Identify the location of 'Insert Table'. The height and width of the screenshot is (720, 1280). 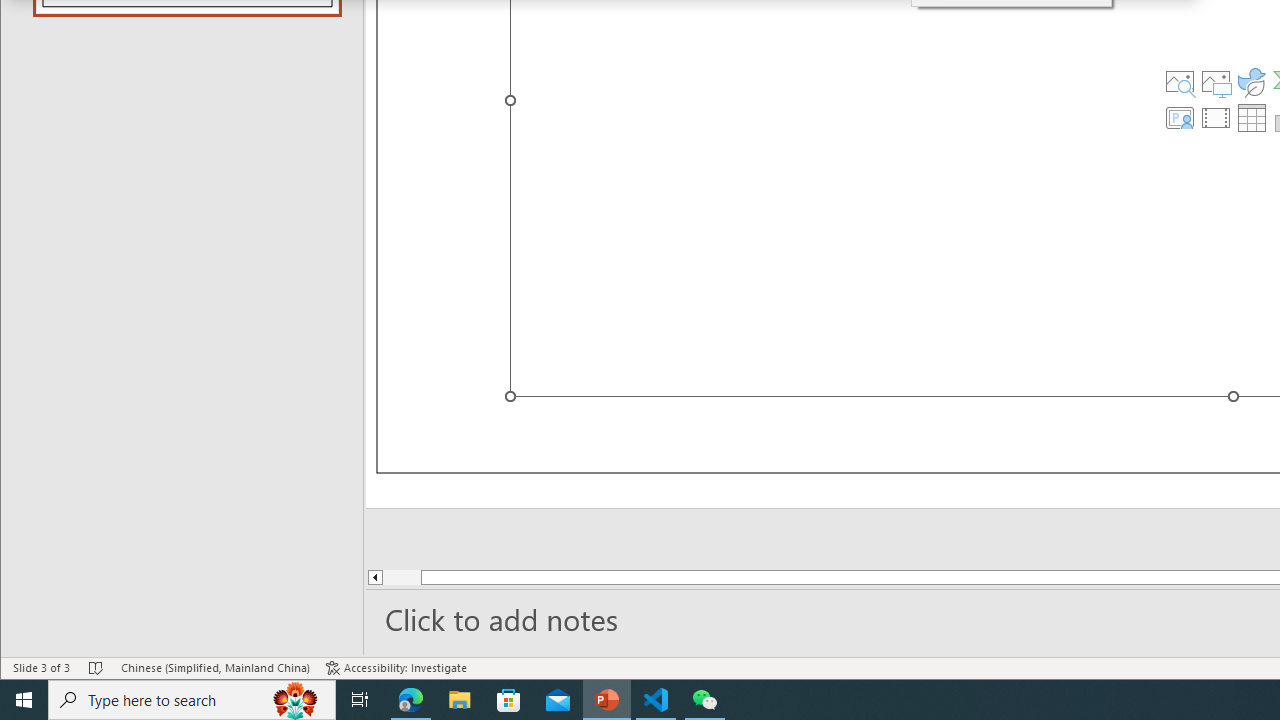
(1251, 118).